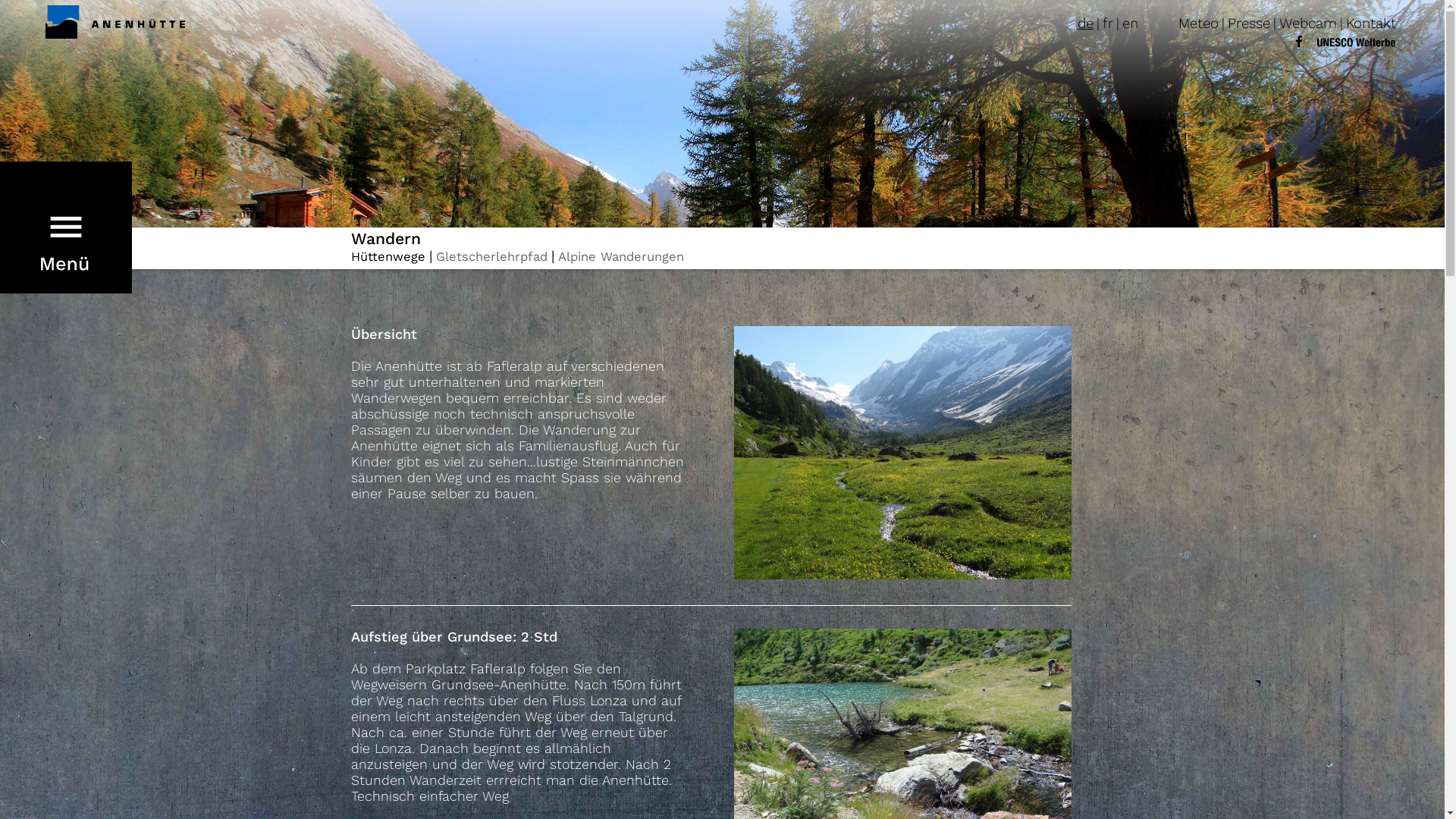  I want to click on 'Meteo', so click(1178, 23).